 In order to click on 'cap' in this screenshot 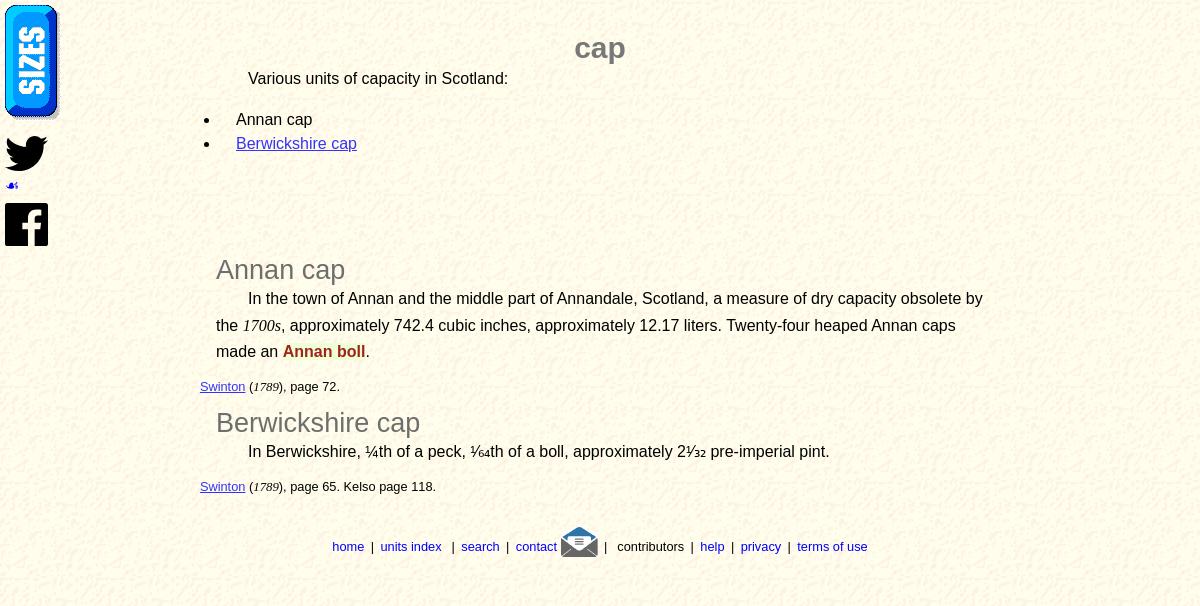, I will do `click(572, 46)`.